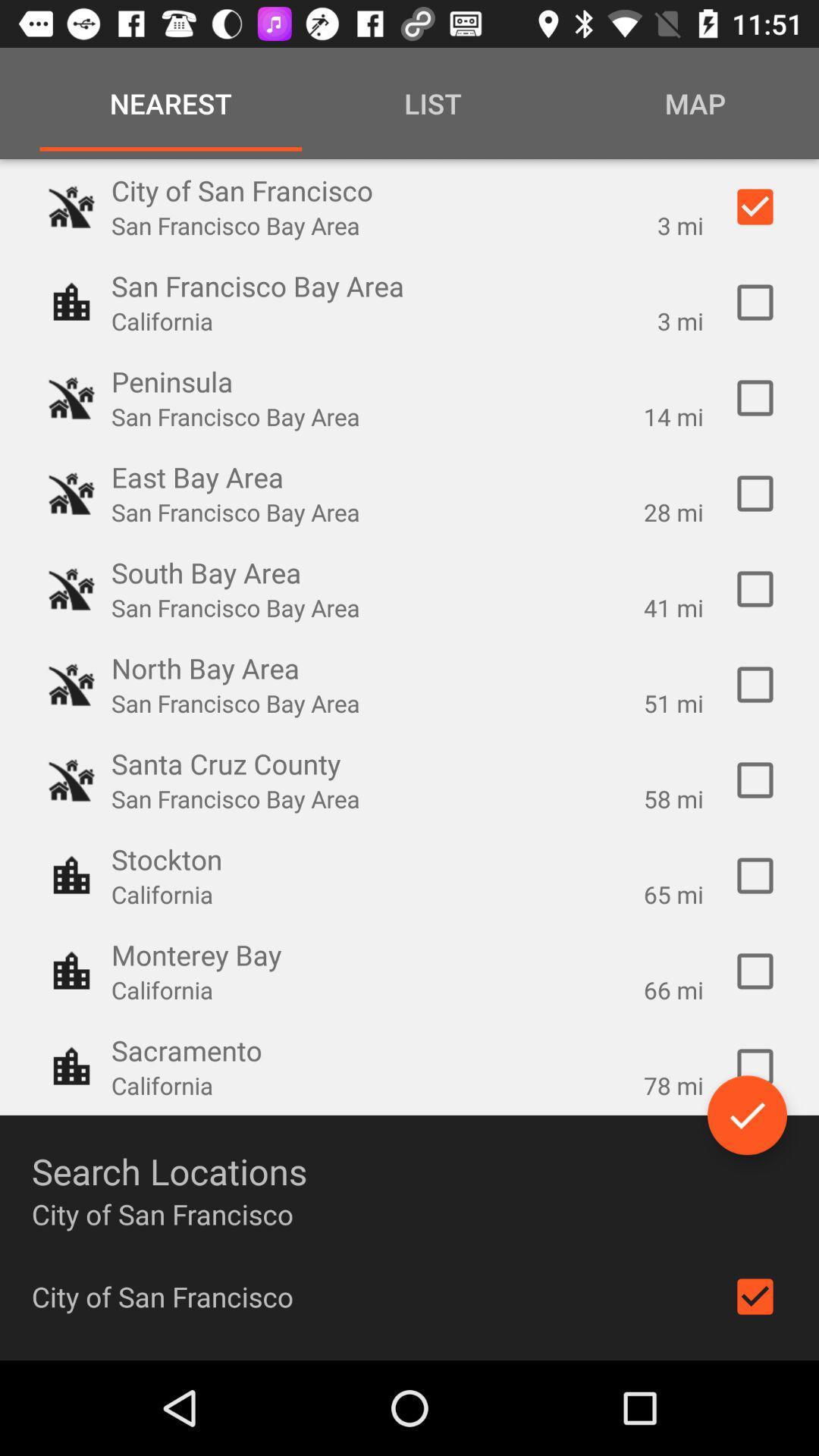 This screenshot has width=819, height=1456. Describe the element at coordinates (755, 971) in the screenshot. I see `tick nearest city` at that location.